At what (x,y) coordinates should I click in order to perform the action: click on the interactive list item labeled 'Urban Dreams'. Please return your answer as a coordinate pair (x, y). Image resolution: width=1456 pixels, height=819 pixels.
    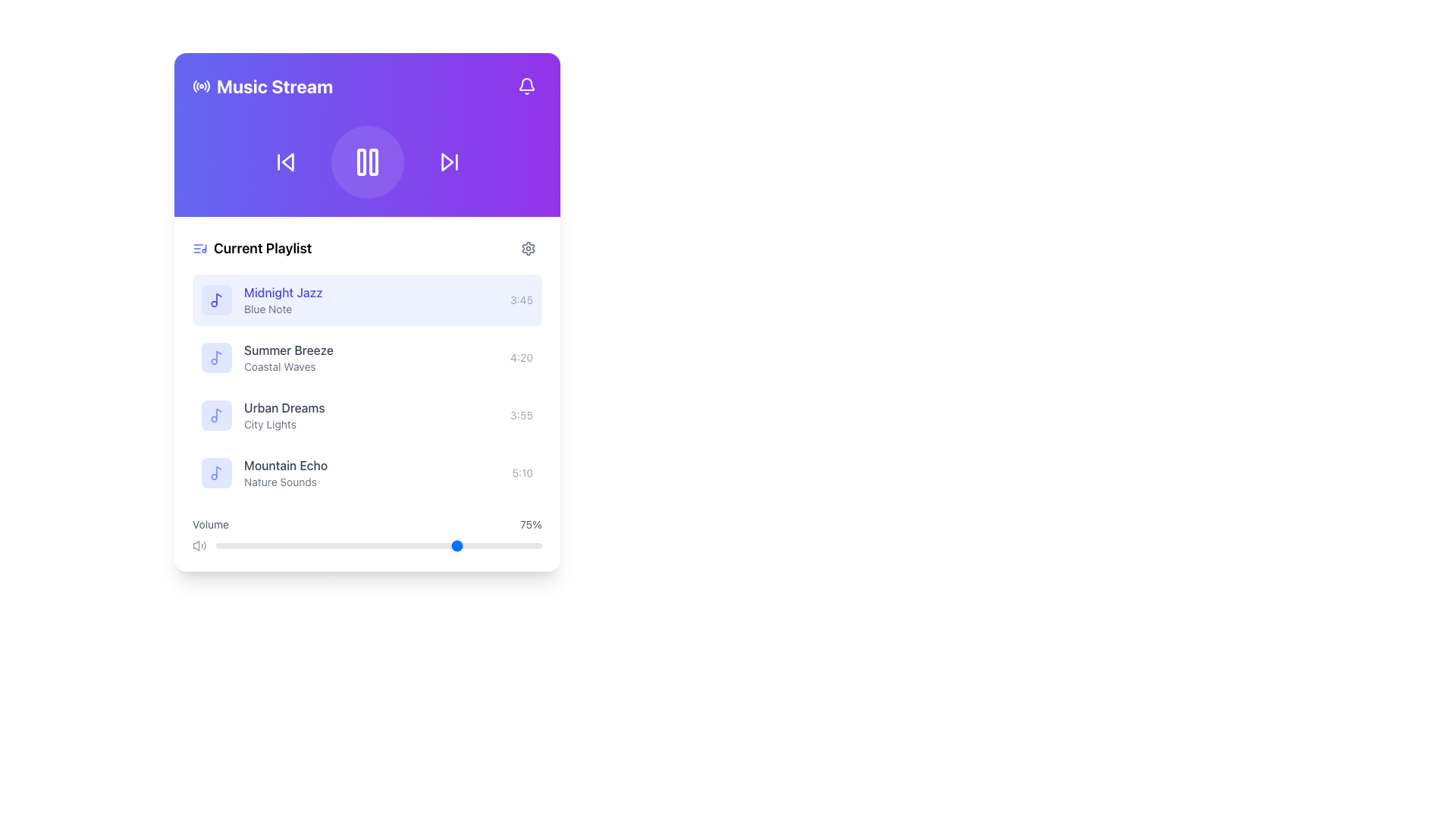
    Looking at the image, I should click on (367, 415).